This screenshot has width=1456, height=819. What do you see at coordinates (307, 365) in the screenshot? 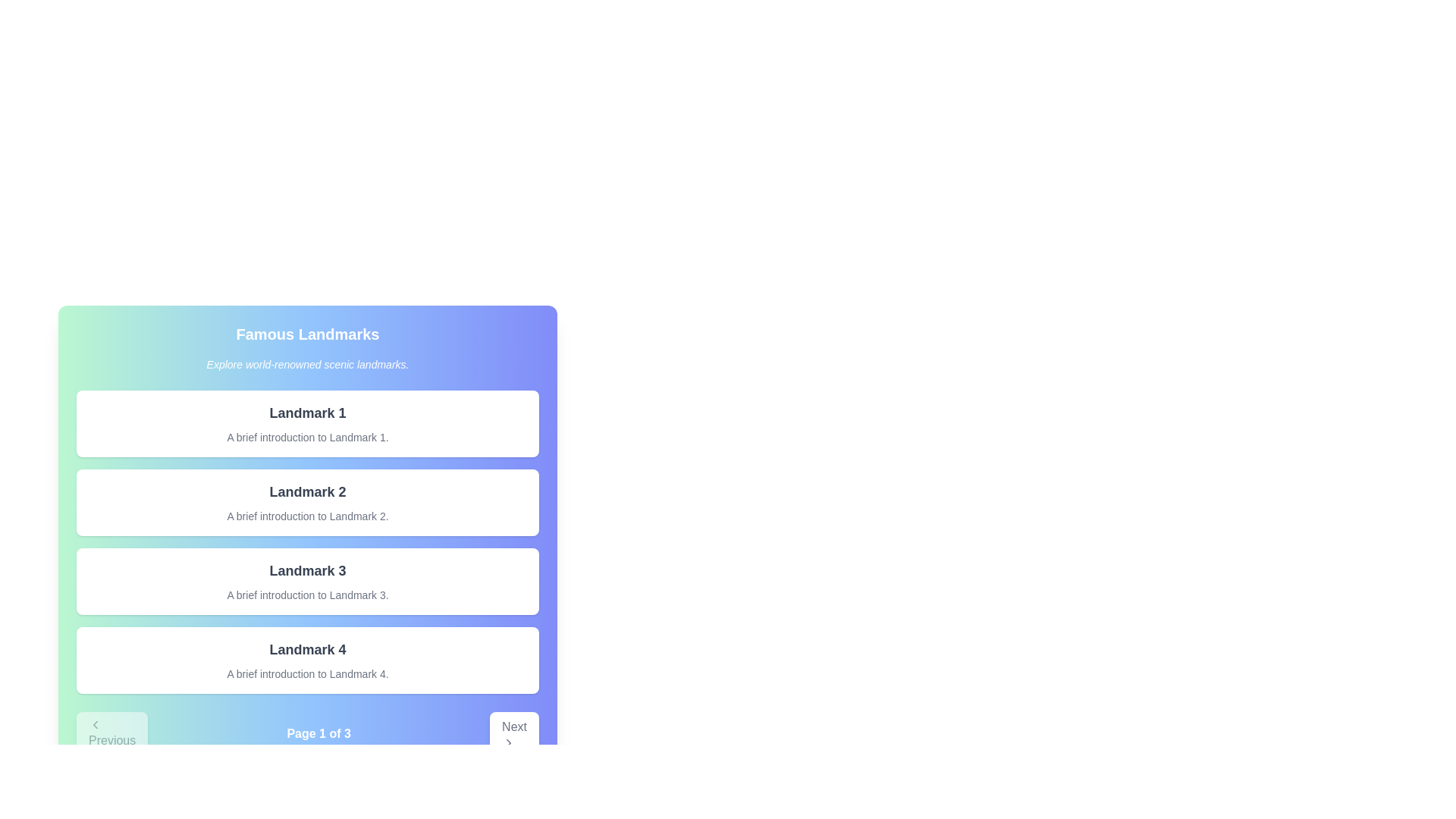
I see `the Text Label that provides an introductory phrase or tagline for the landmarks section, positioned below the title 'Famous Landmarks'` at bounding box center [307, 365].